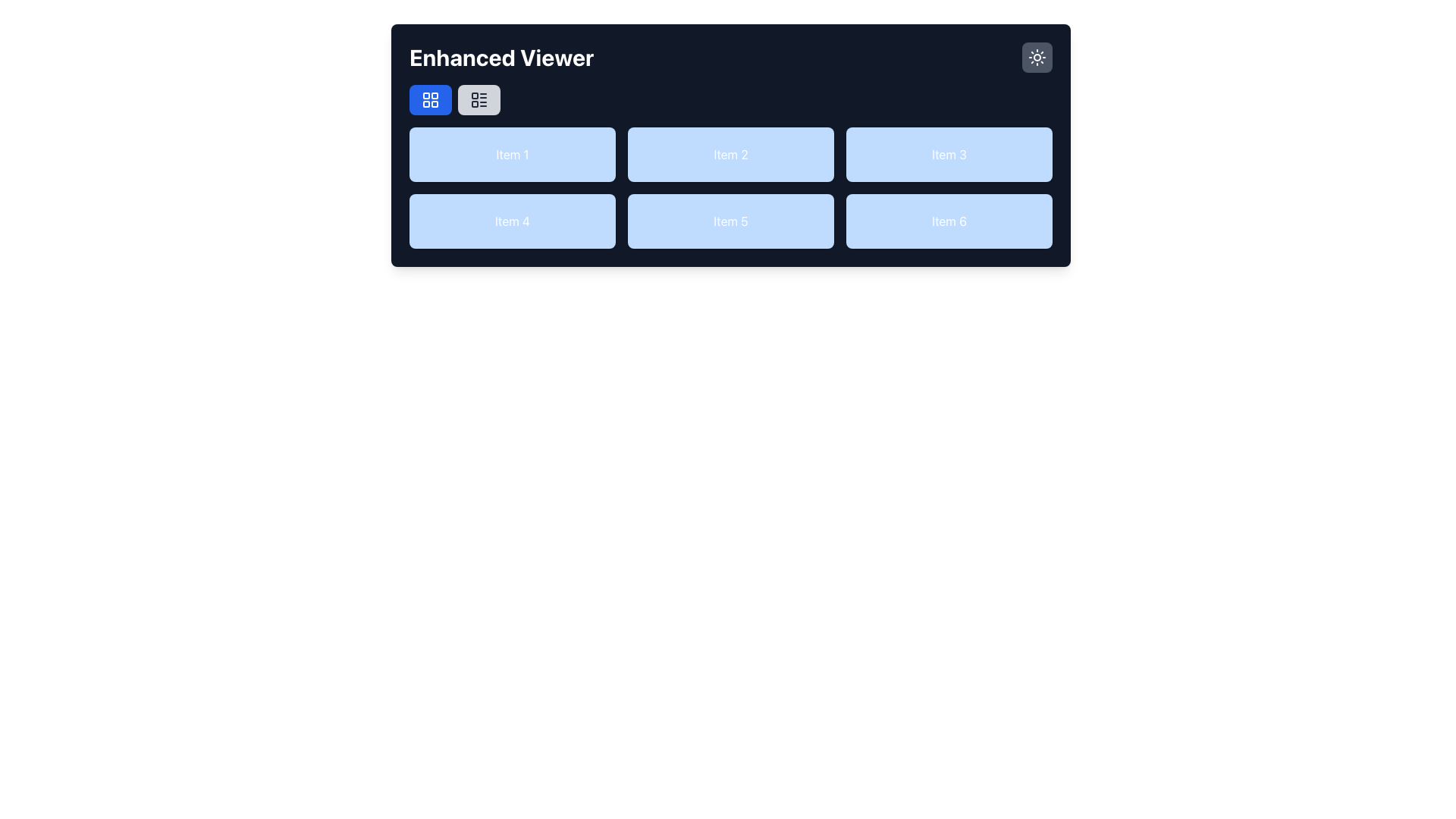 The image size is (1456, 819). I want to click on the static text label displaying 'Item 5', which is the second item in the second row of the grid layout under 'Enhanced Viewer', so click(731, 187).